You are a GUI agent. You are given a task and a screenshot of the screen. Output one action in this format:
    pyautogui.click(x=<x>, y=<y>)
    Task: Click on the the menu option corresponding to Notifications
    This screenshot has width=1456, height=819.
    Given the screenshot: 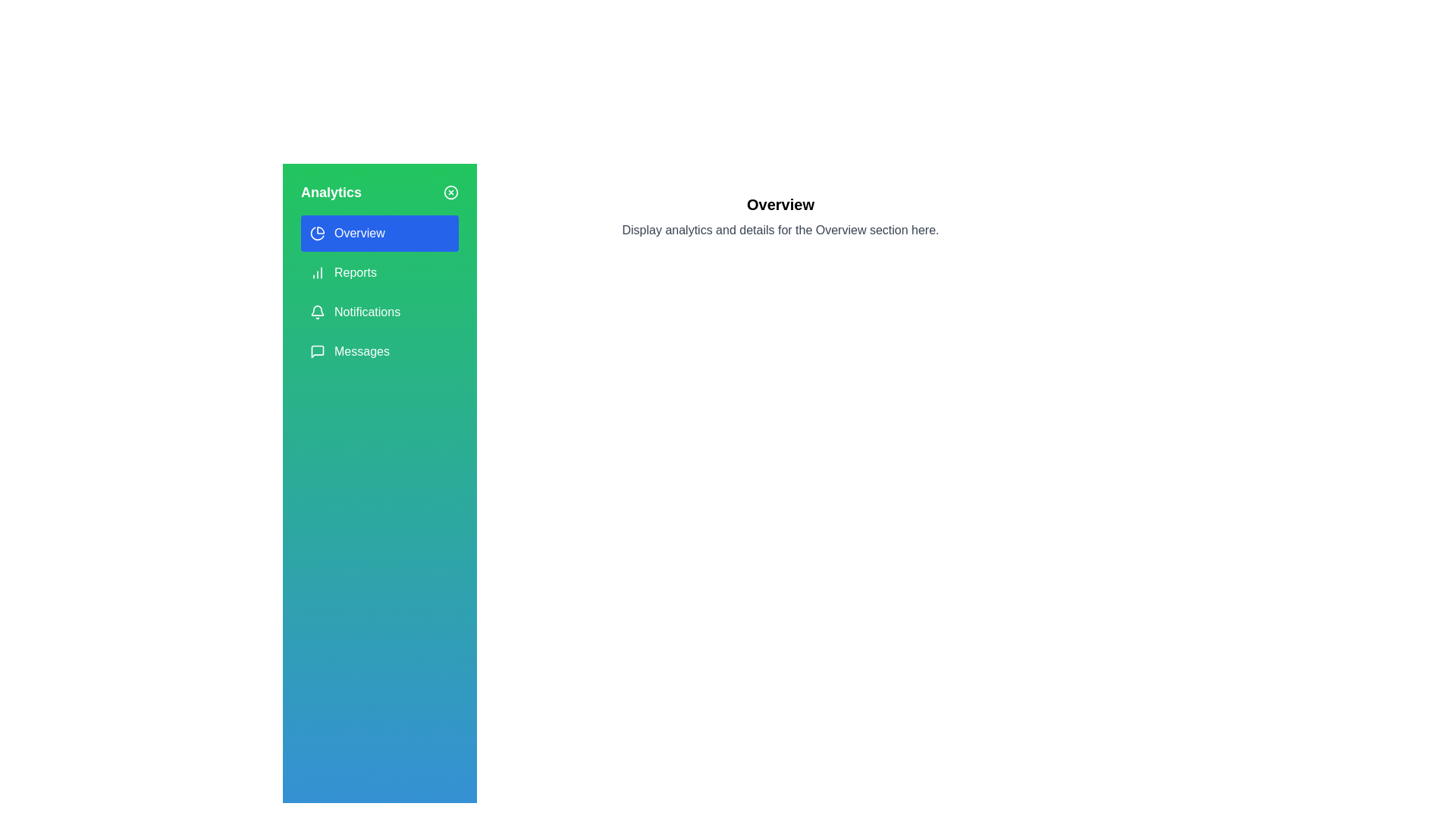 What is the action you would take?
    pyautogui.click(x=379, y=312)
    